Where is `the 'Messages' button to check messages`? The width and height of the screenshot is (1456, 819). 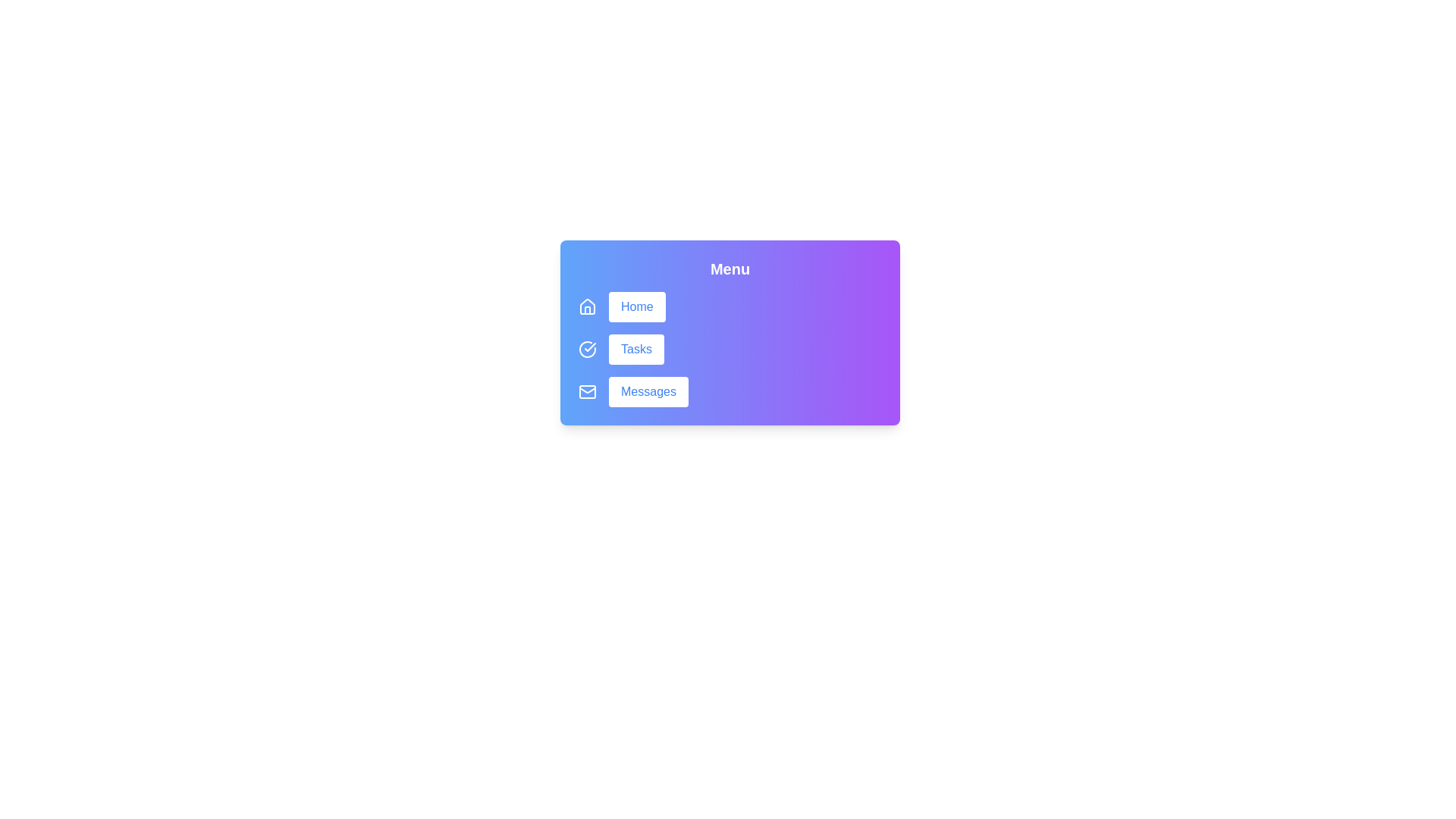
the 'Messages' button to check messages is located at coordinates (648, 391).